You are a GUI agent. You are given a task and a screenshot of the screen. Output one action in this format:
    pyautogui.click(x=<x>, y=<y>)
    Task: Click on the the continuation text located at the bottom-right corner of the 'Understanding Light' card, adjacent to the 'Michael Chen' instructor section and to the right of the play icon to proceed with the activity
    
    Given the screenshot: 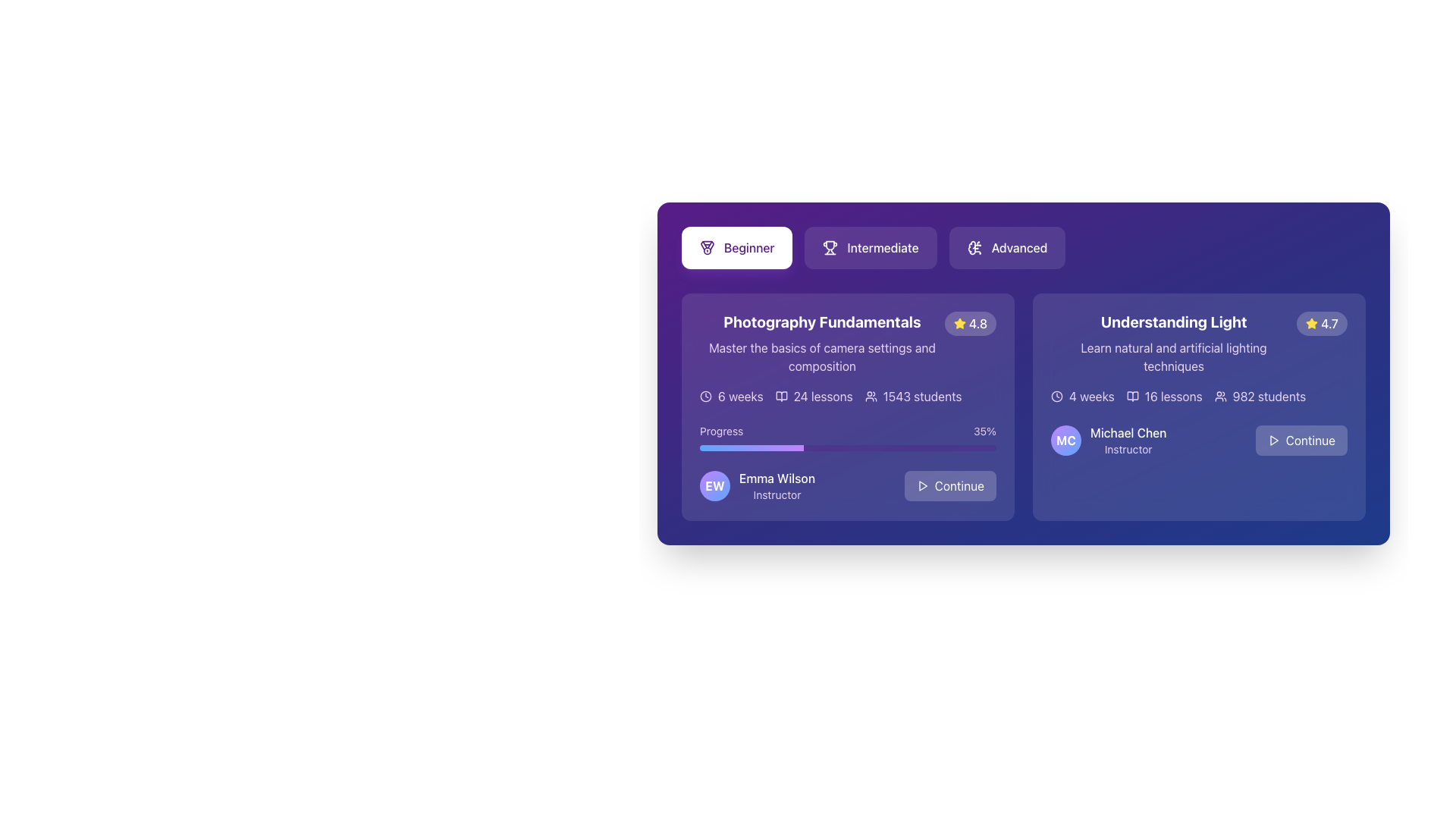 What is the action you would take?
    pyautogui.click(x=1310, y=441)
    